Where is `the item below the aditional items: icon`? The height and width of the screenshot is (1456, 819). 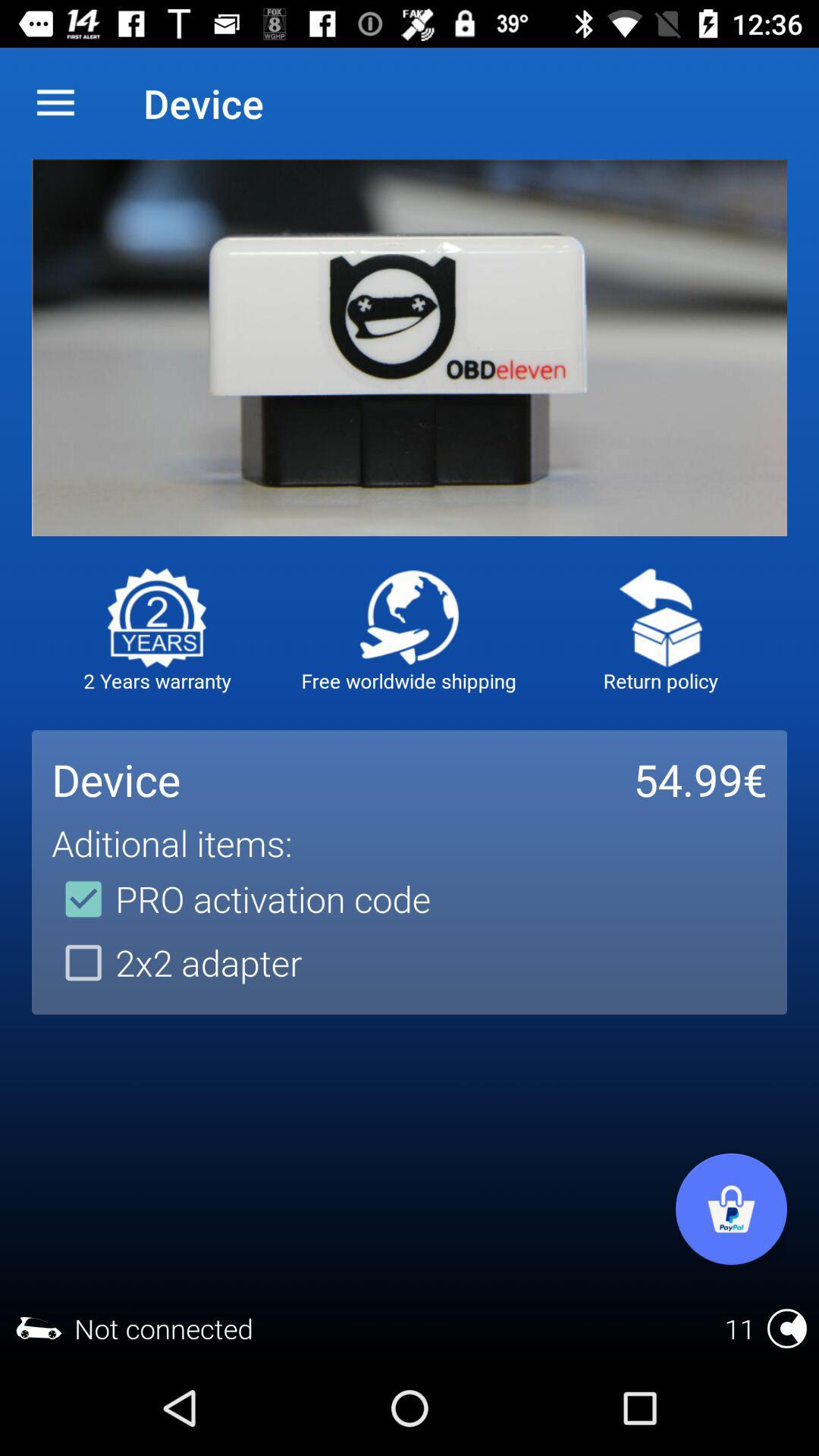
the item below the aditional items: icon is located at coordinates (240, 899).